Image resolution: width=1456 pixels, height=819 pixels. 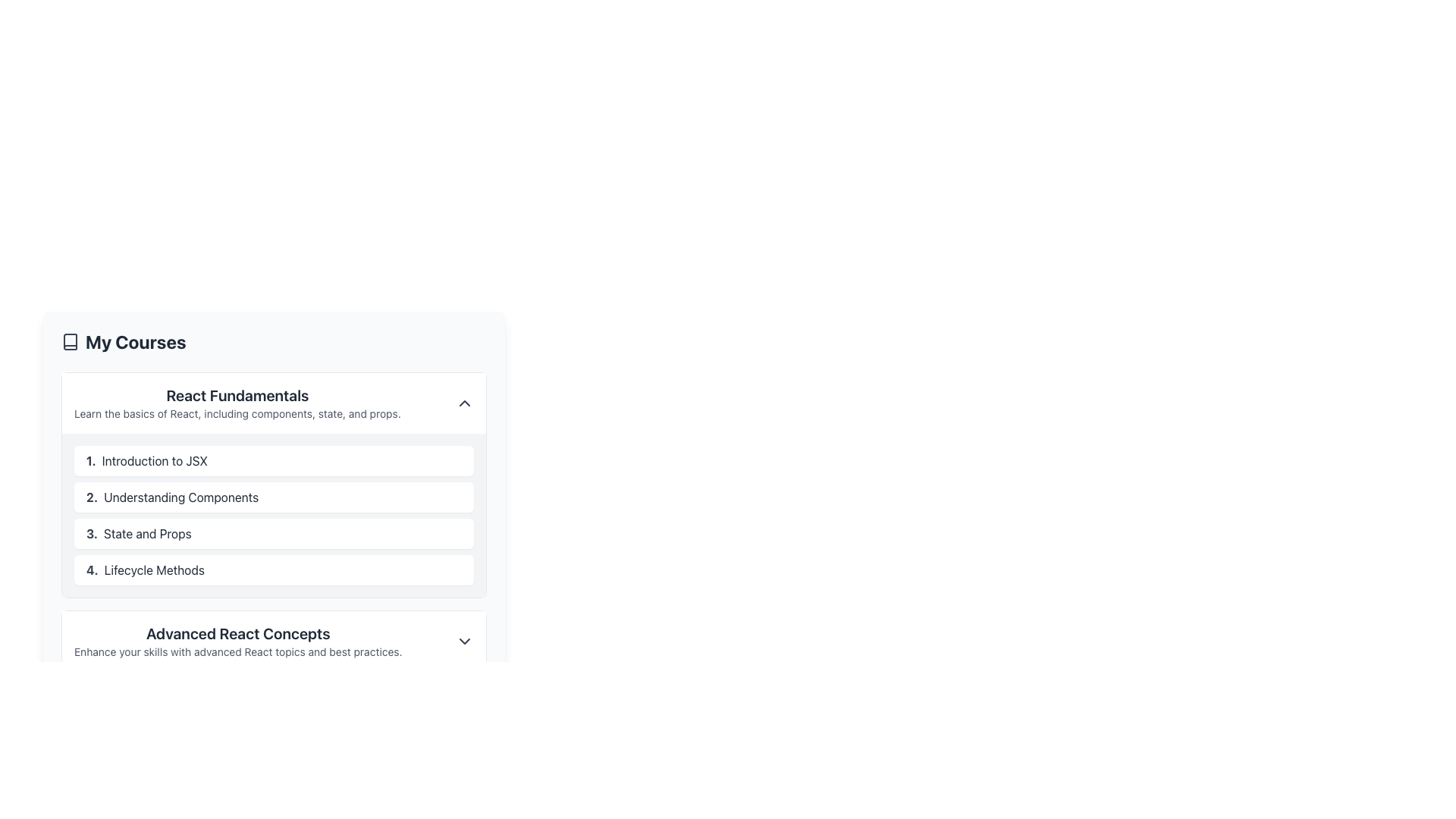 I want to click on the third list item titled 'State and Props' in the 'React Fundamentals' section, so click(x=274, y=533).